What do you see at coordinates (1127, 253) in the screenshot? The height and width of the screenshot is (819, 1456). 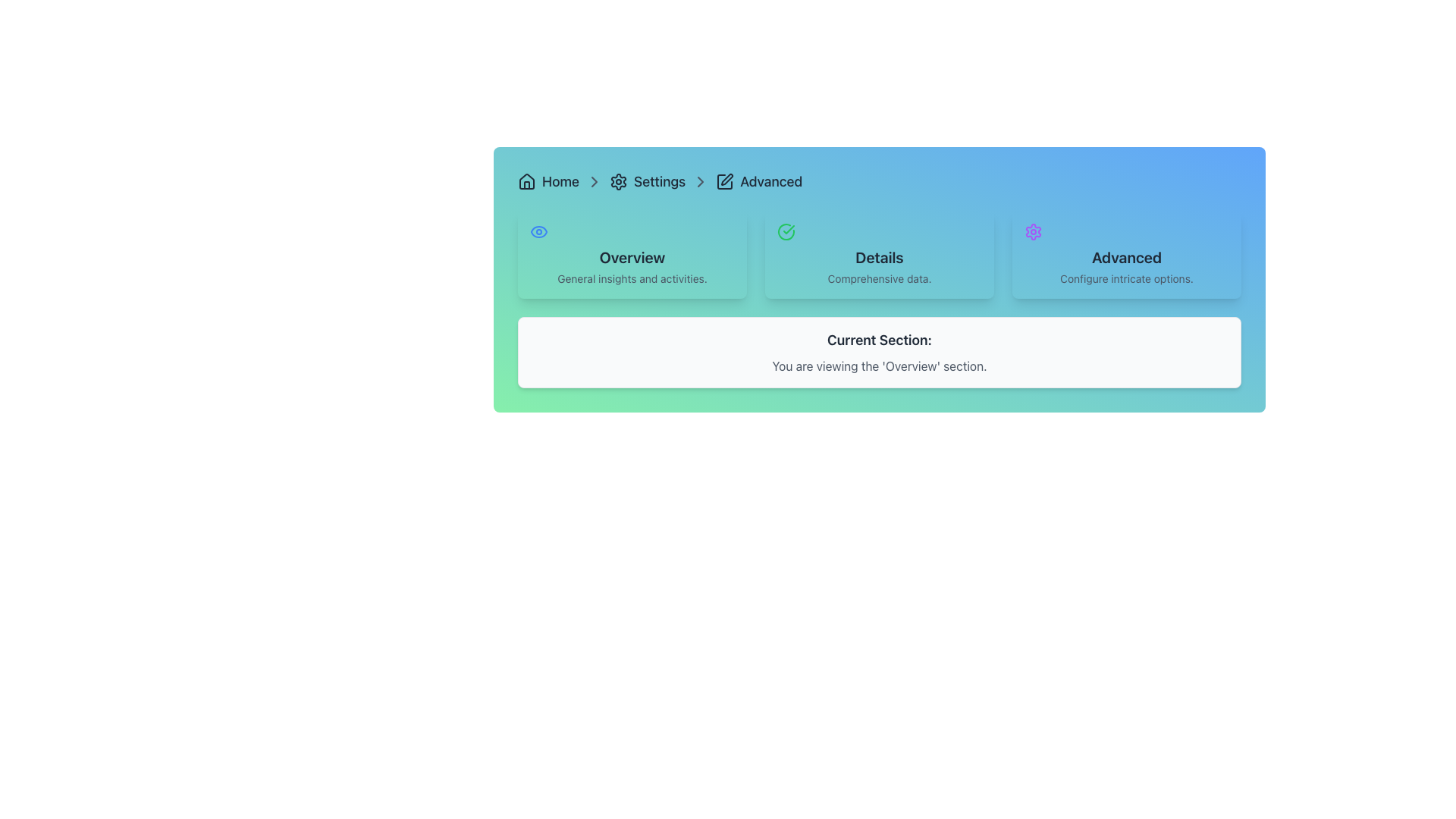 I see `the 'Advanced' button located at the top-right corner of the layout` at bounding box center [1127, 253].